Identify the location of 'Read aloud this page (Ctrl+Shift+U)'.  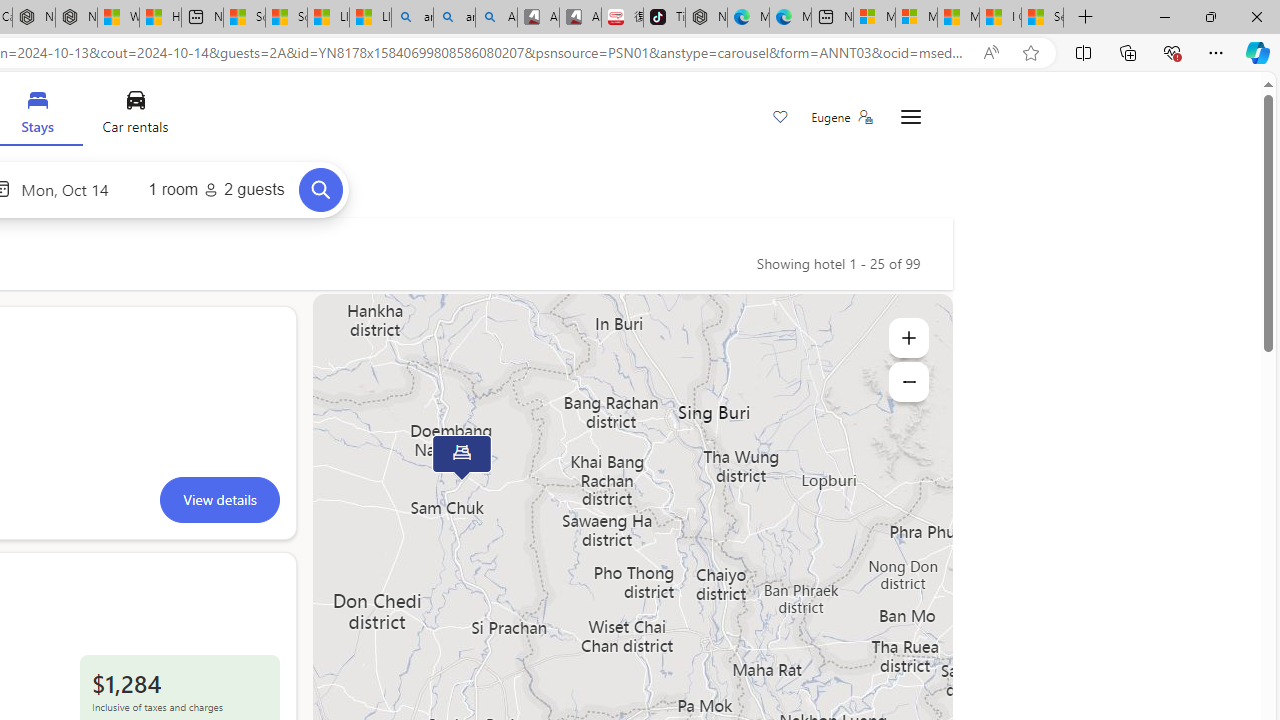
(991, 52).